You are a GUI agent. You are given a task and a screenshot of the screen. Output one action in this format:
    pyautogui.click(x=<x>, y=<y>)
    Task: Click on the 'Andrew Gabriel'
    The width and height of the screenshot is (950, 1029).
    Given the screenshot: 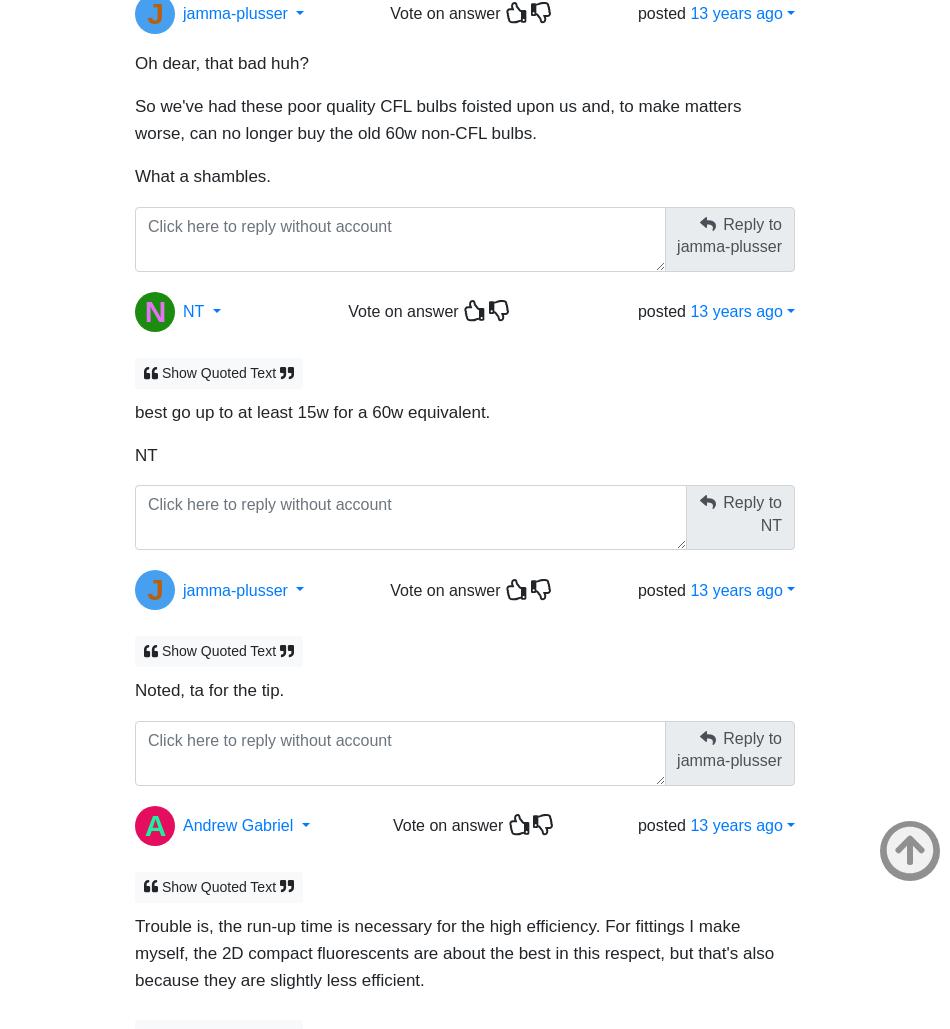 What is the action you would take?
    pyautogui.click(x=237, y=814)
    